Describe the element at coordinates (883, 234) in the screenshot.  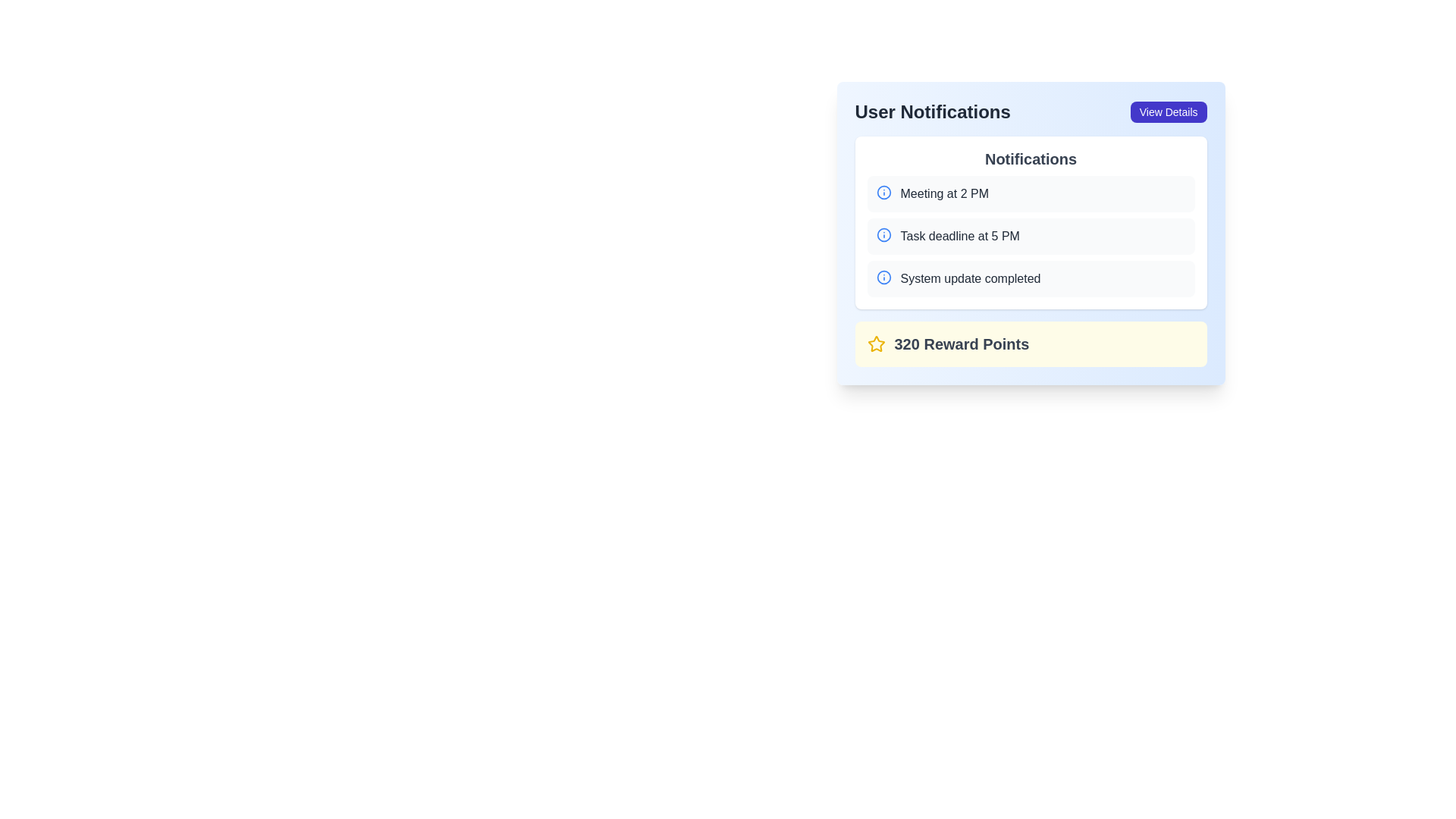
I see `the blue circular informational icon with a lowercase 'i' located to the left of the text 'Task deadline at 5 PM' in the second row of the Notifications list` at that location.